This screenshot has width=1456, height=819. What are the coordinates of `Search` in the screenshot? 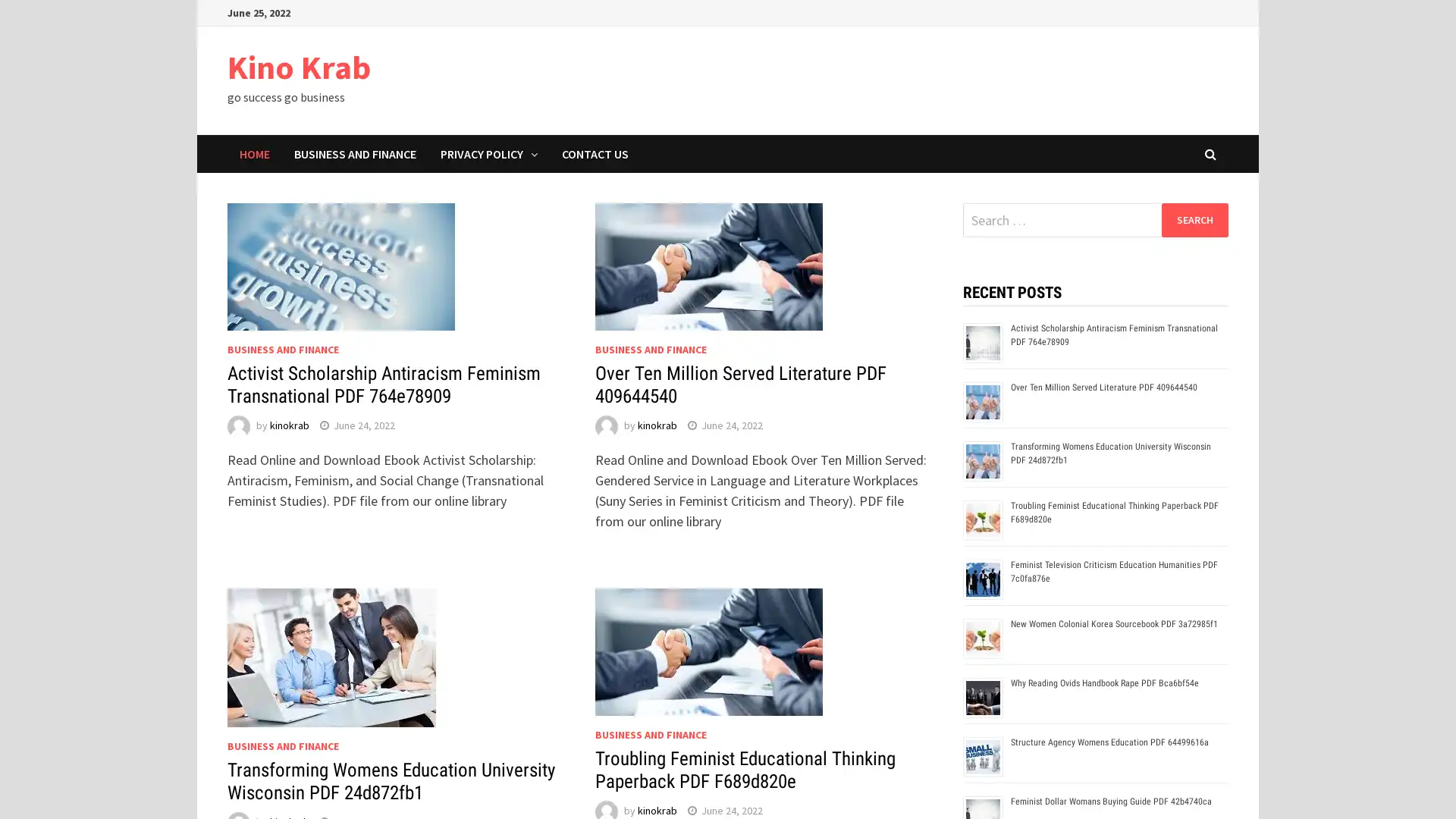 It's located at (1194, 219).